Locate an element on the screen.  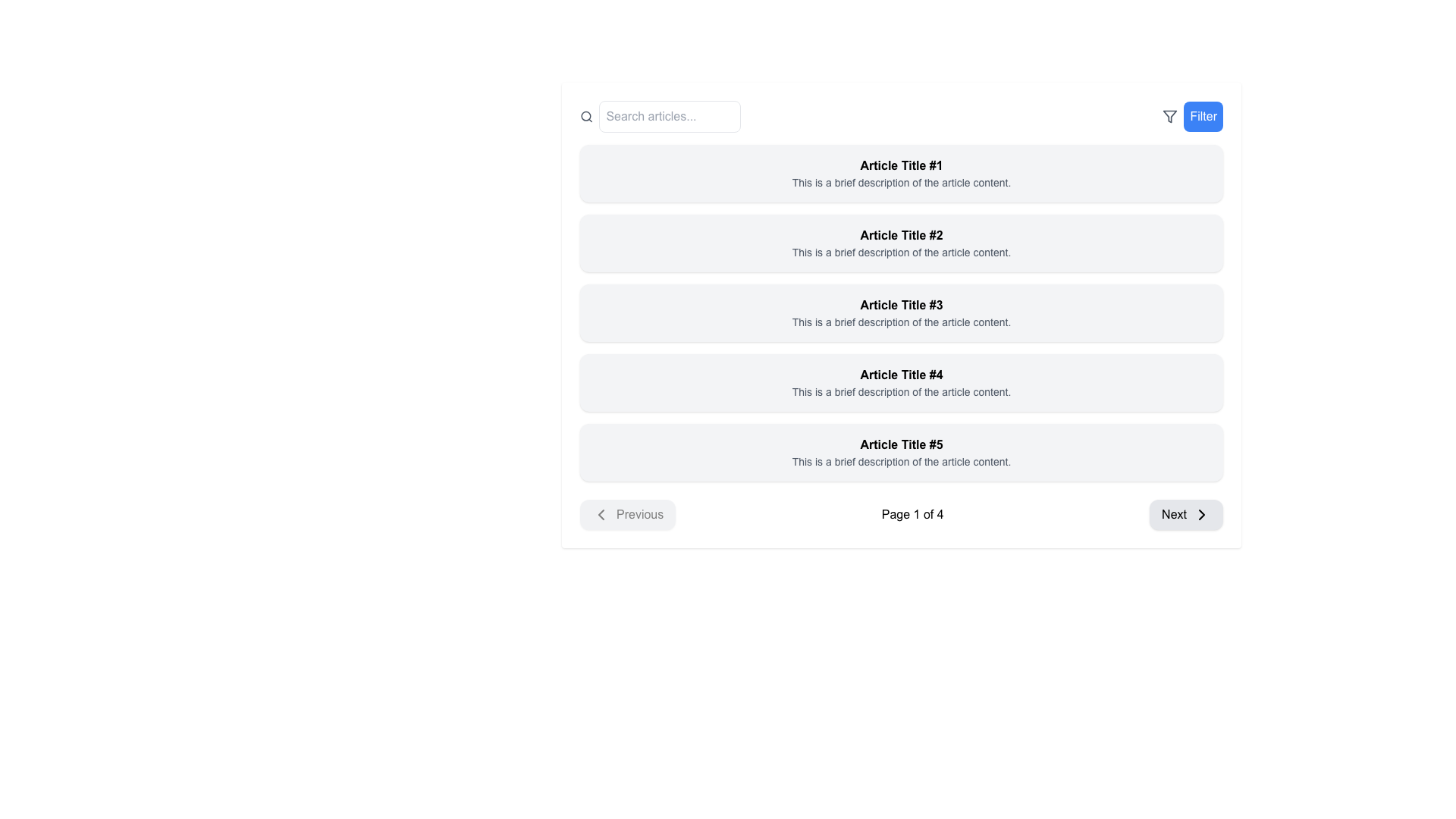
the chevron icon located within the 'Next' button in the bottom-right corner of the application interface is located at coordinates (1200, 513).